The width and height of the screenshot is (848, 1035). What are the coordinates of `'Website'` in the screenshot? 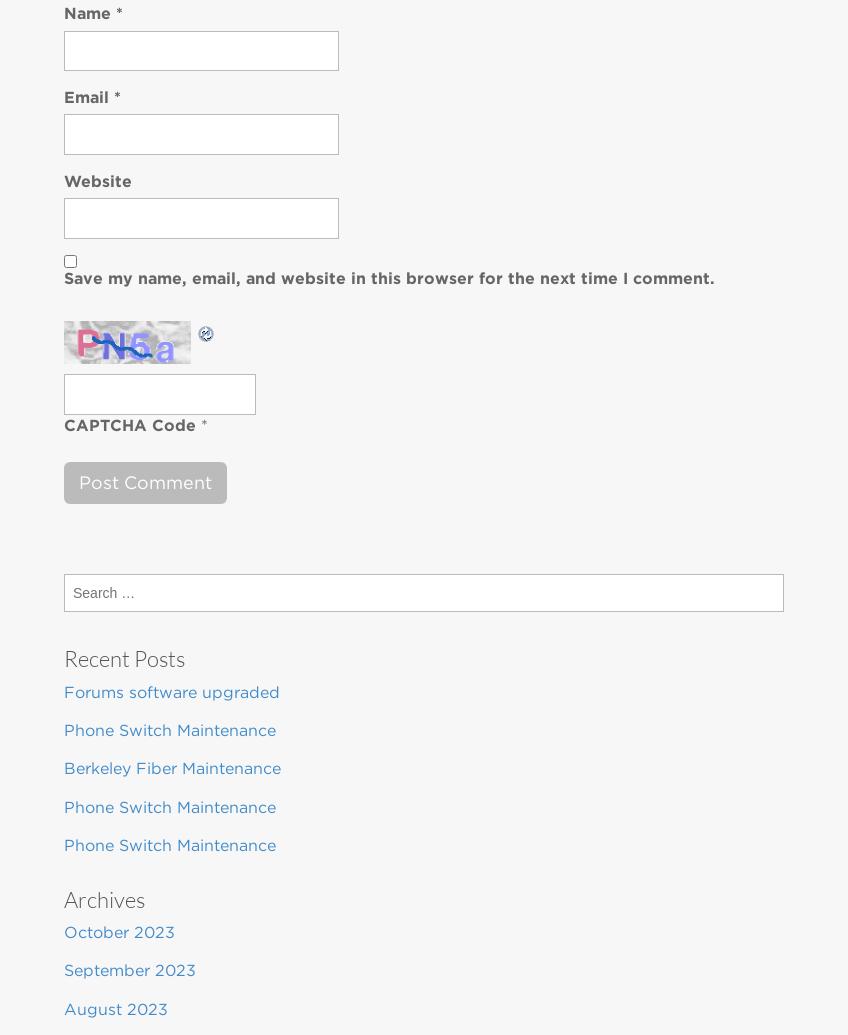 It's located at (98, 180).